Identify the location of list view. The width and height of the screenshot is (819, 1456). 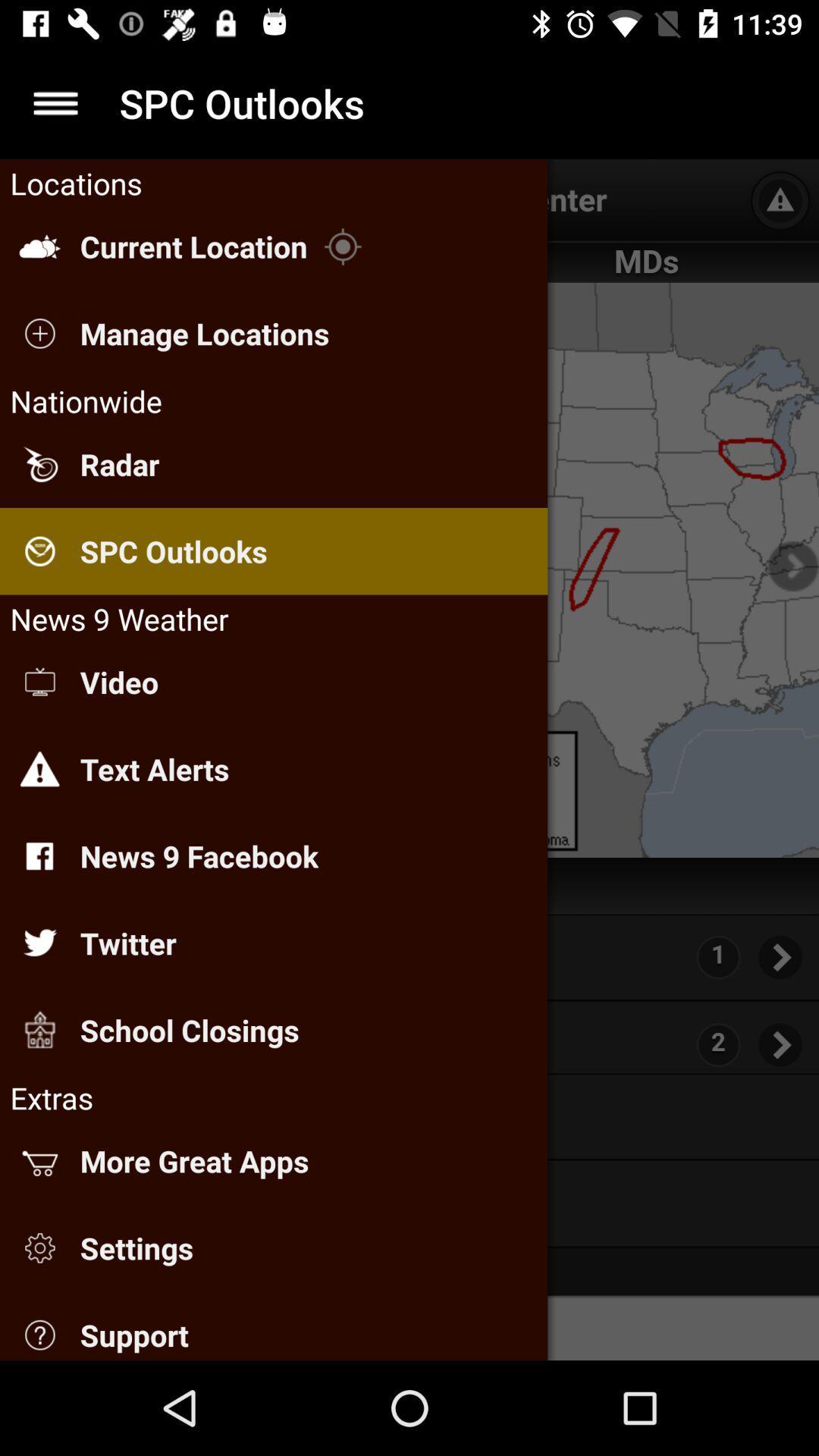
(55, 102).